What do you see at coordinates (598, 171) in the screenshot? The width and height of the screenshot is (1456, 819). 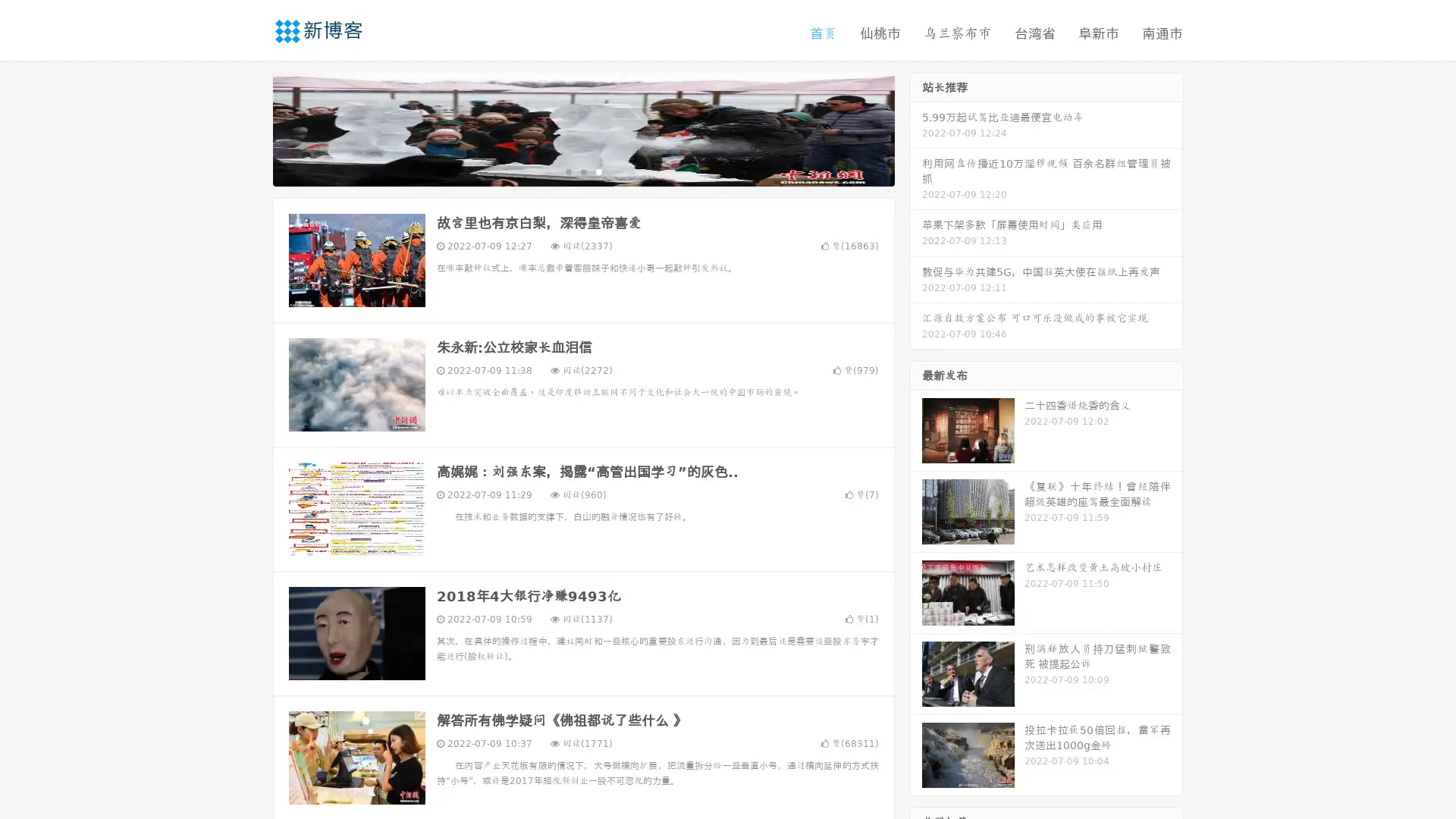 I see `Go to slide 3` at bounding box center [598, 171].